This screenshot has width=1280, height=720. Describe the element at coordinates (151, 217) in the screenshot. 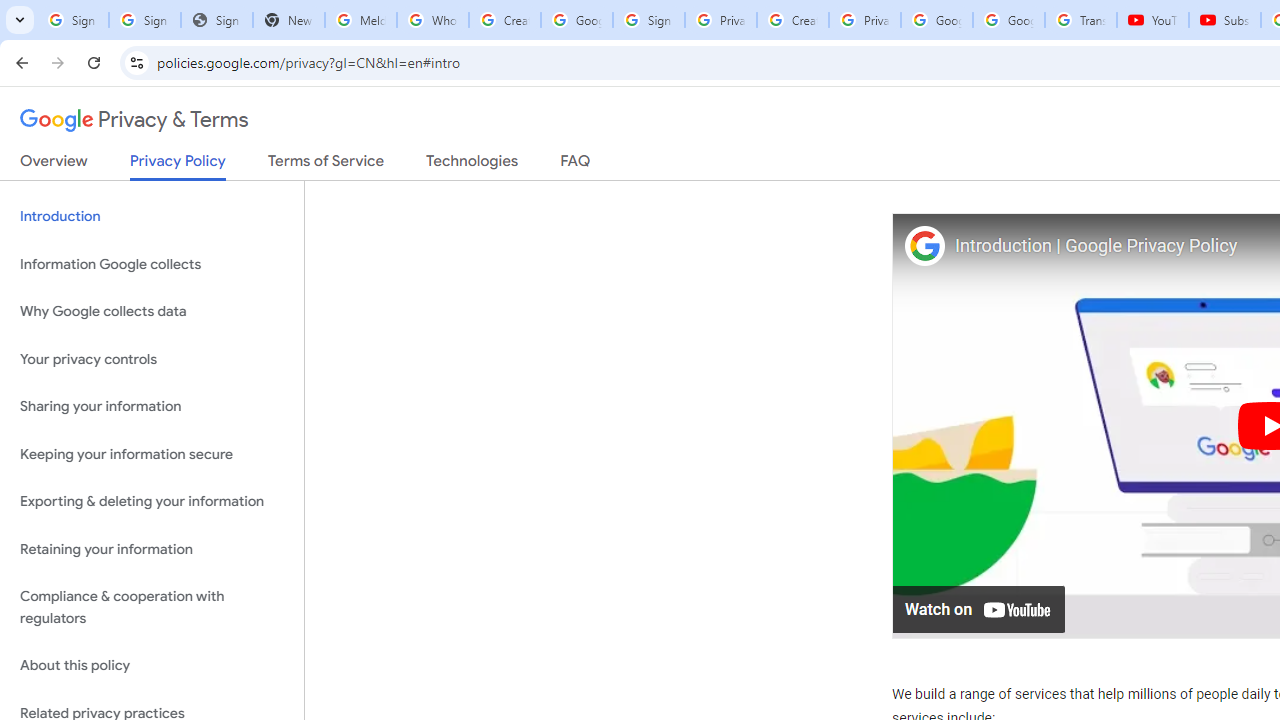

I see `'Introduction'` at that location.